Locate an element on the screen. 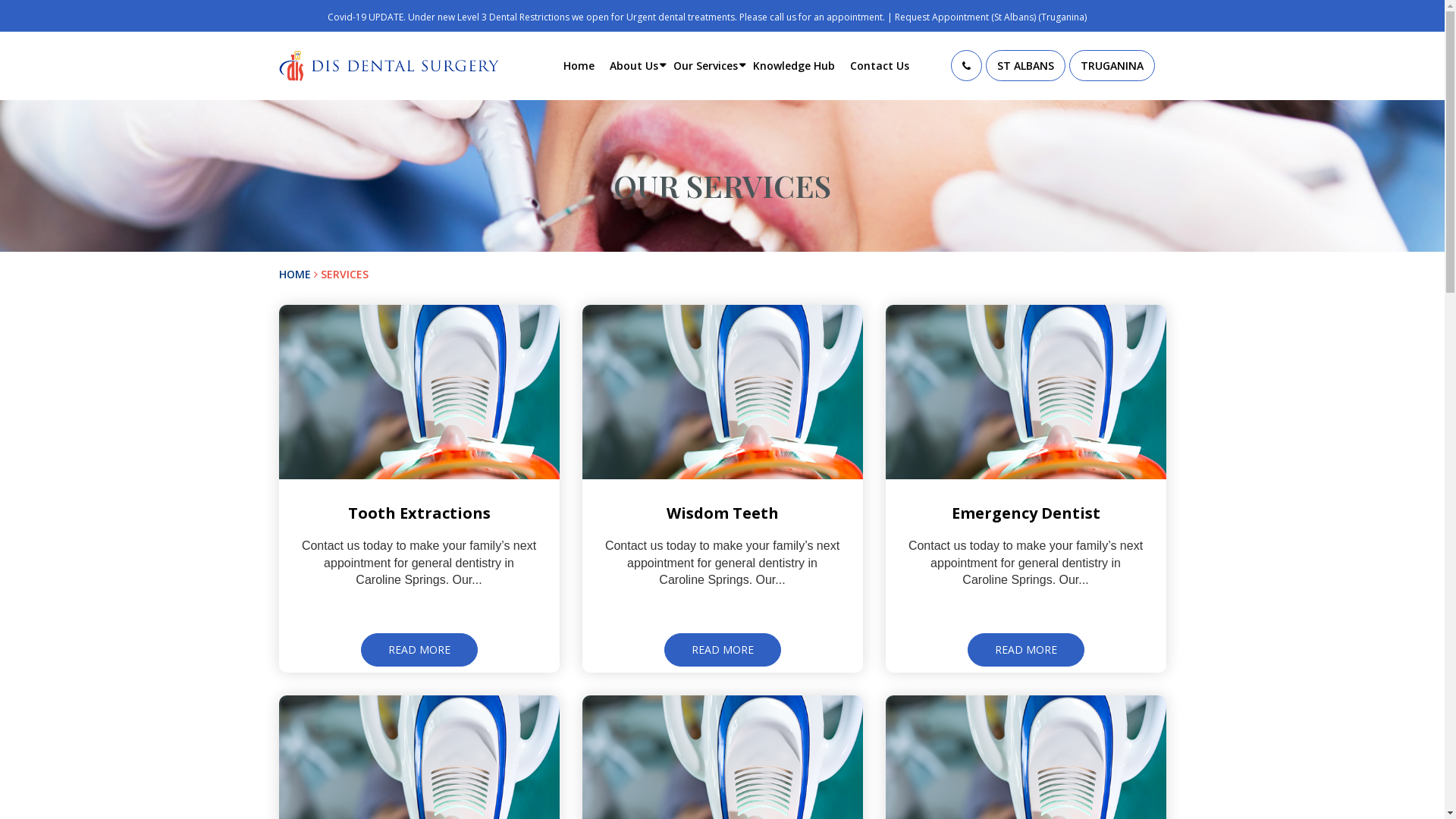  'Tooth Extractions' is located at coordinates (419, 512).